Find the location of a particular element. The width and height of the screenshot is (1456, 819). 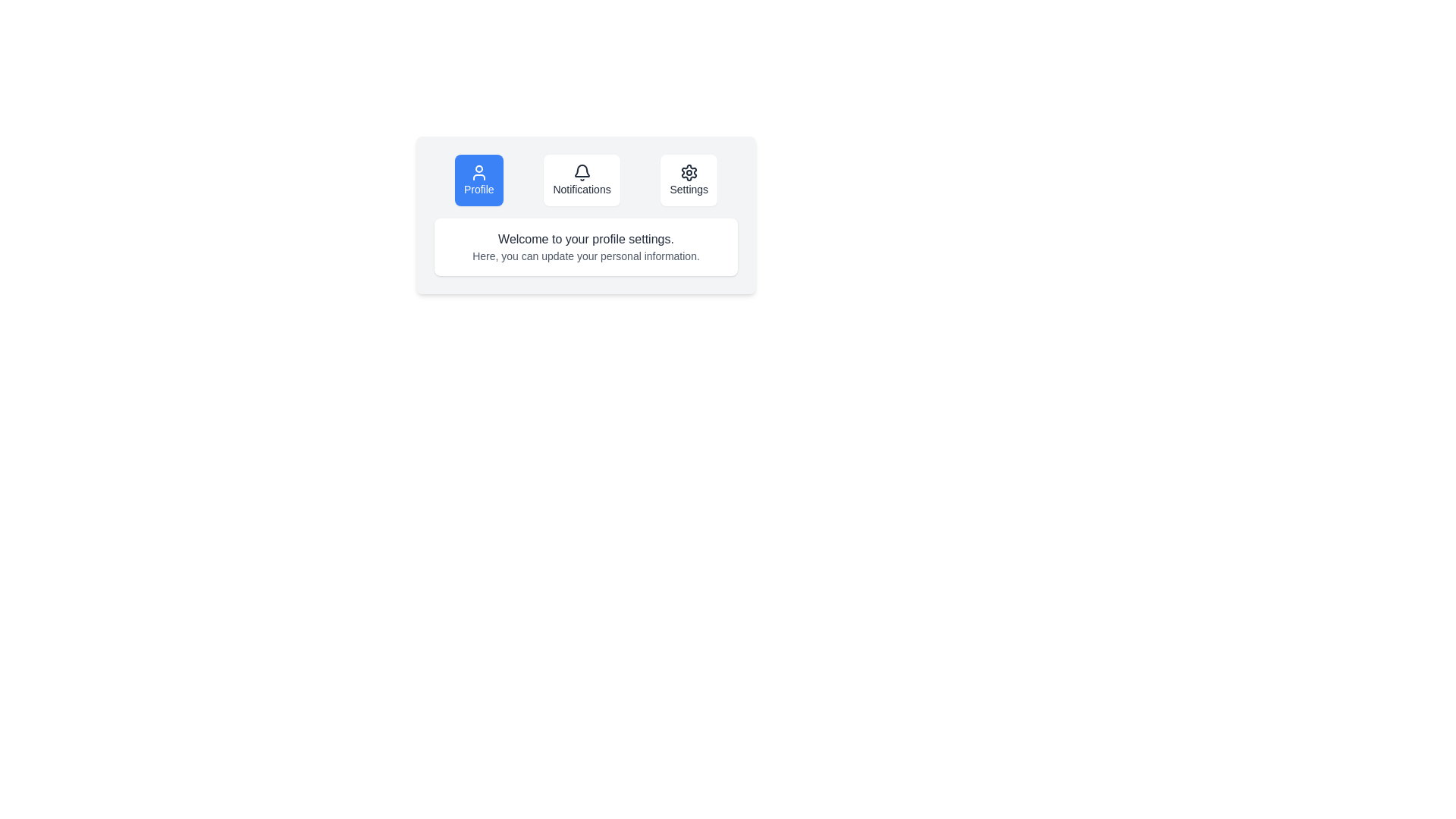

the Notifications button is located at coordinates (581, 180).